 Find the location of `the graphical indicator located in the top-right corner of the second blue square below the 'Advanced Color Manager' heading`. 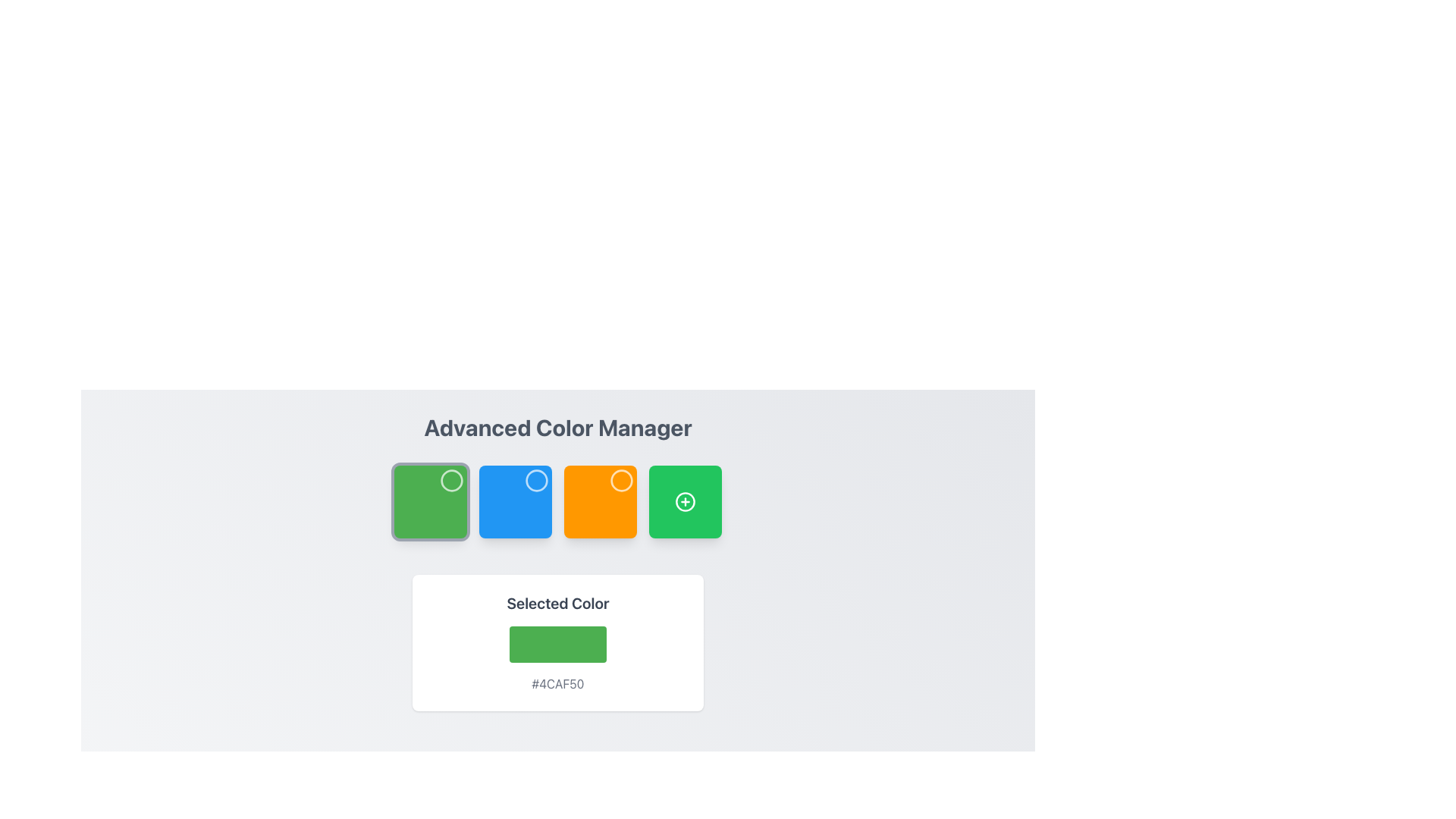

the graphical indicator located in the top-right corner of the second blue square below the 'Advanced Color Manager' heading is located at coordinates (537, 480).